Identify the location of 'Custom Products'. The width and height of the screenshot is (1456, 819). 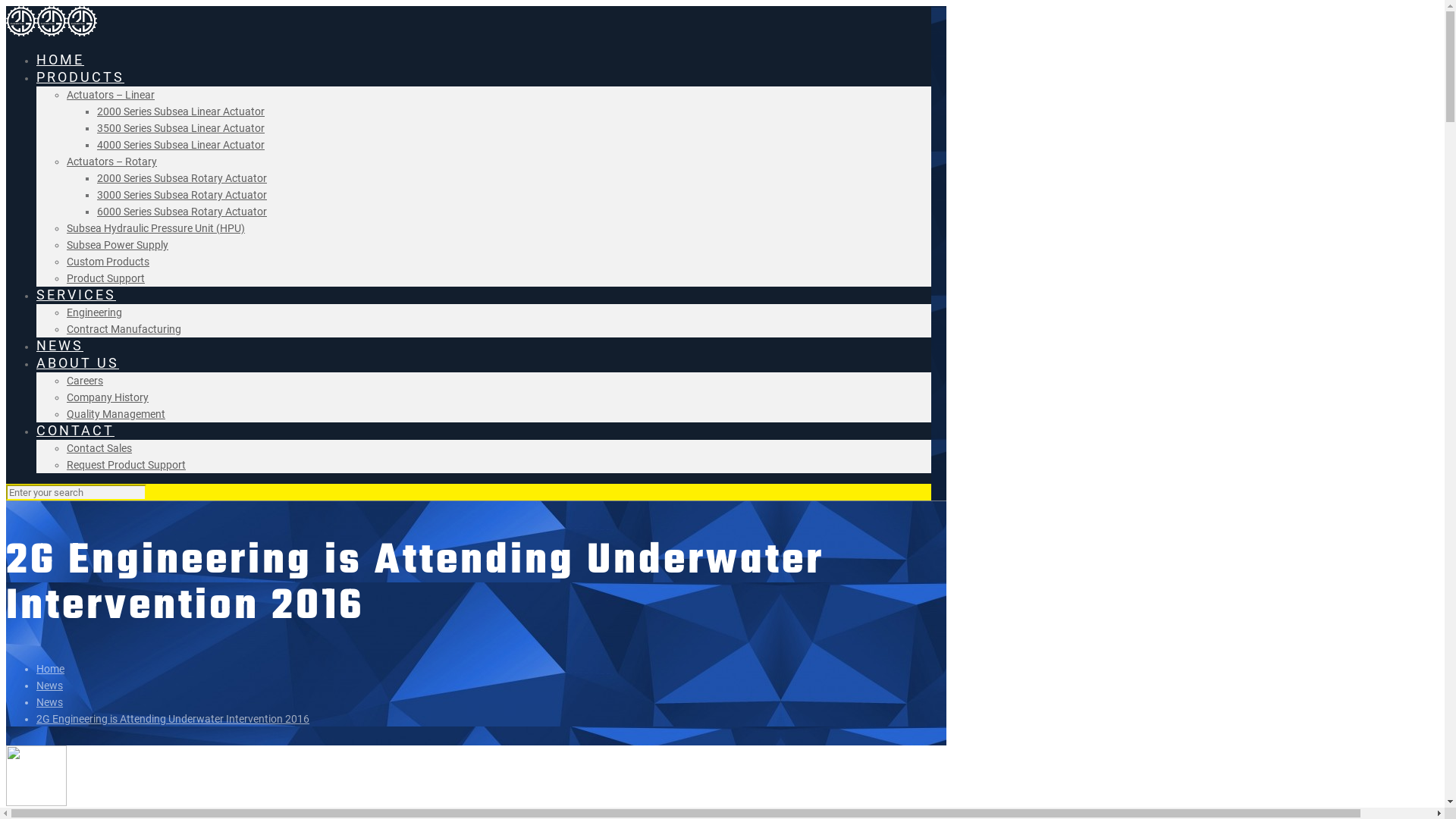
(107, 260).